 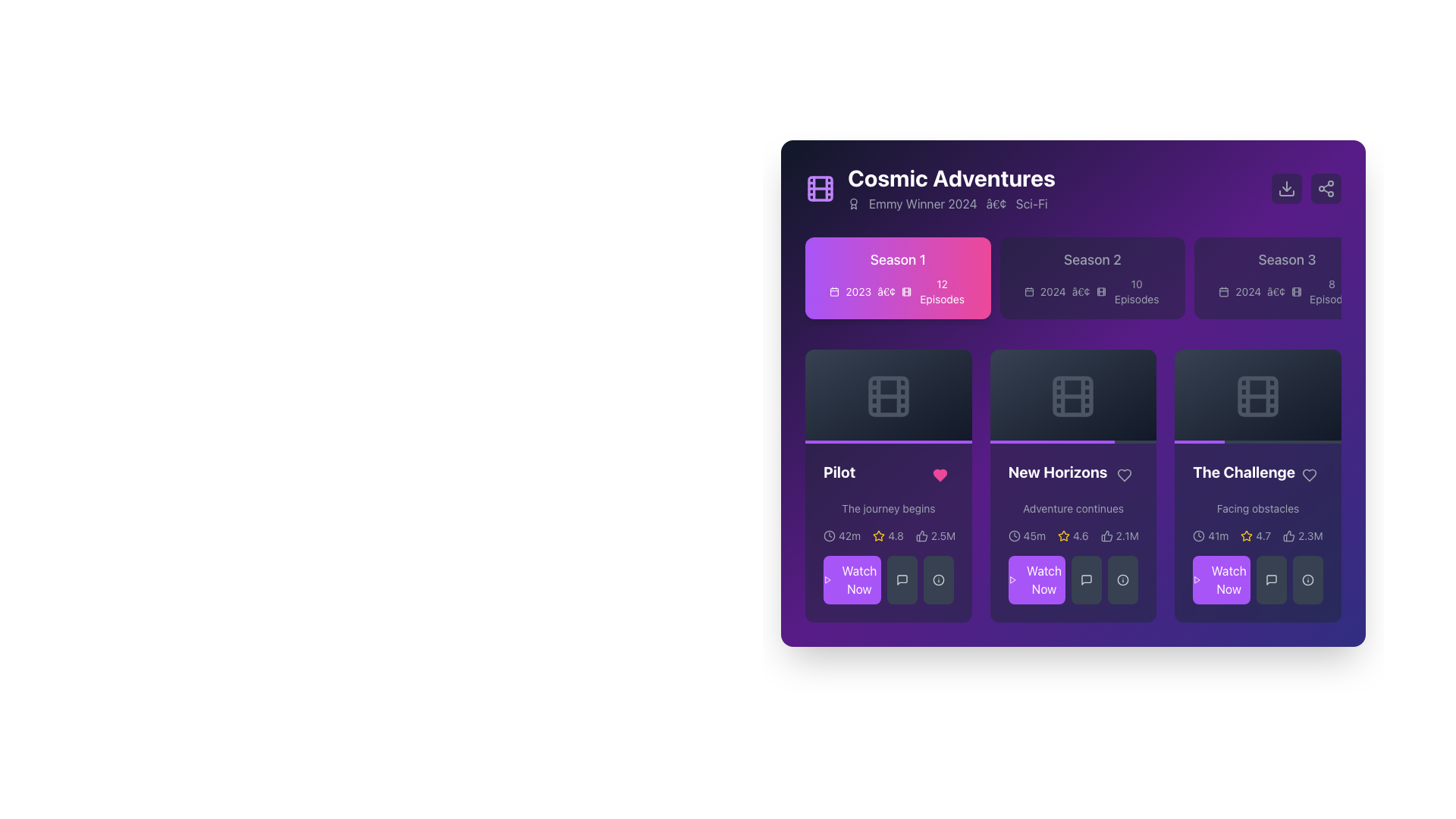 What do you see at coordinates (833, 292) in the screenshot?
I see `the compact square calendar icon located to the left of the year '2023' in the 'Season 1' section` at bounding box center [833, 292].